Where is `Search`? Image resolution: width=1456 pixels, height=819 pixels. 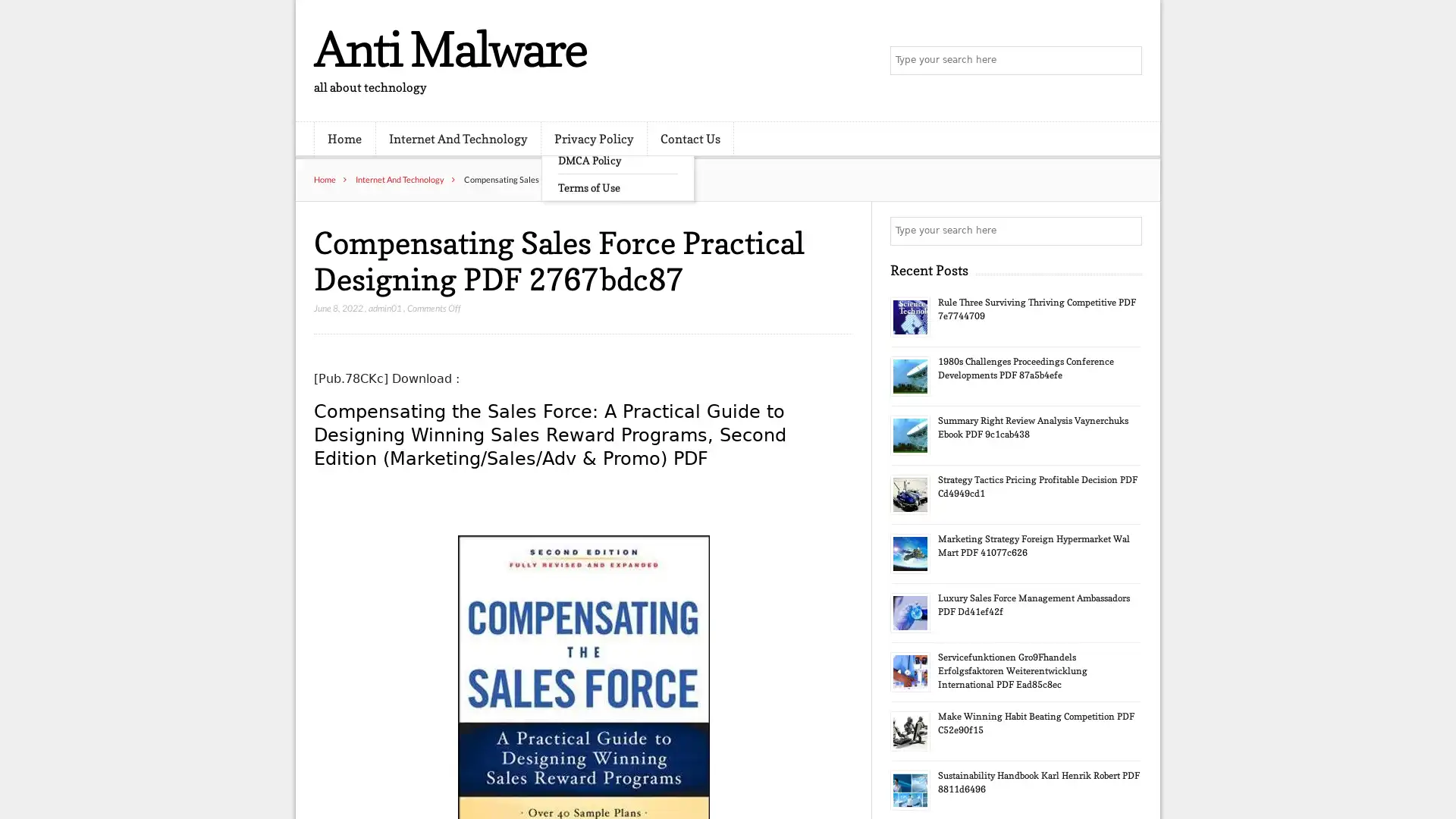
Search is located at coordinates (1126, 231).